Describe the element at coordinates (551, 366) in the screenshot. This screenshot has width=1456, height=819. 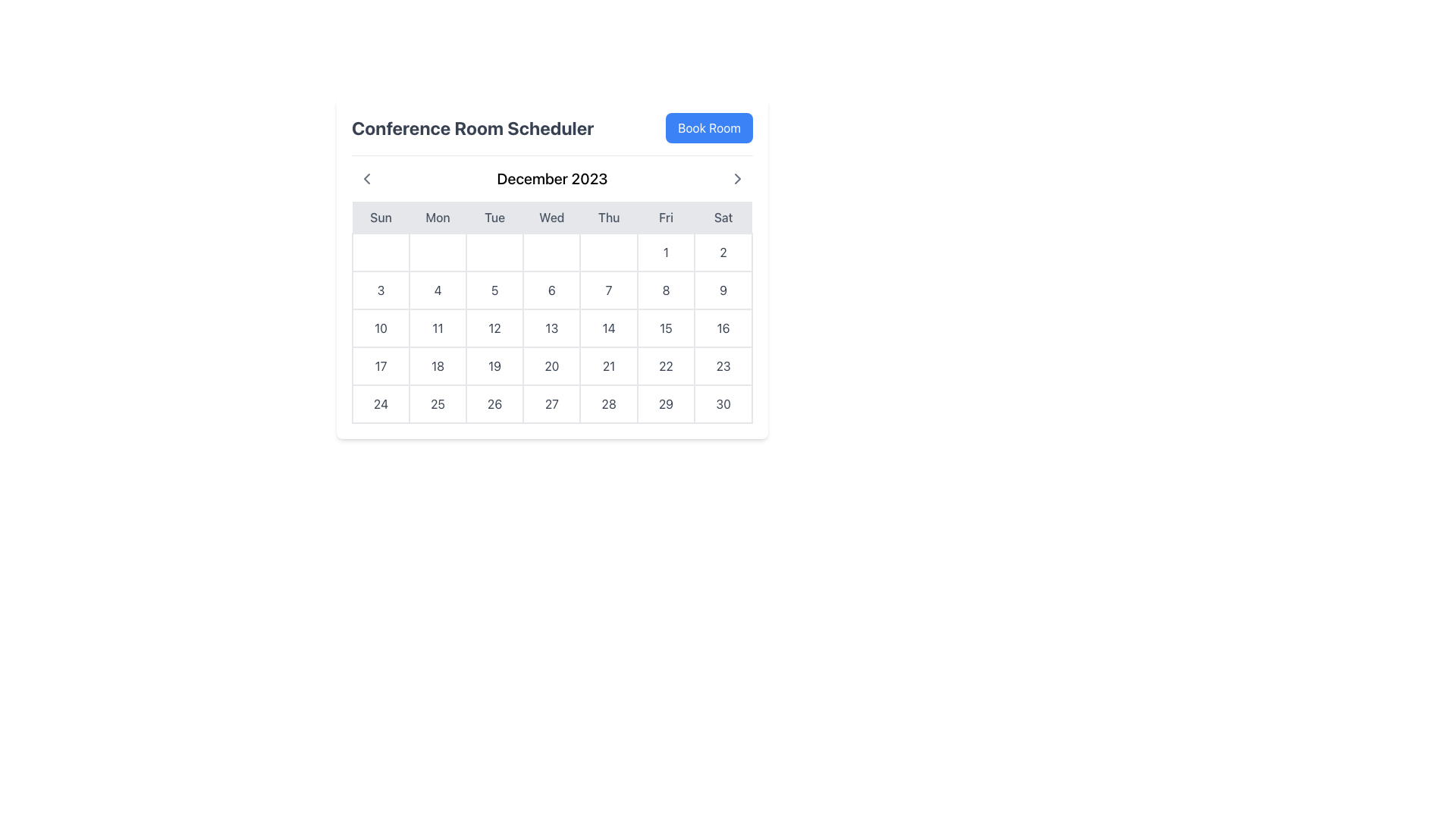
I see `the date button representing '20' in the calendar view` at that location.